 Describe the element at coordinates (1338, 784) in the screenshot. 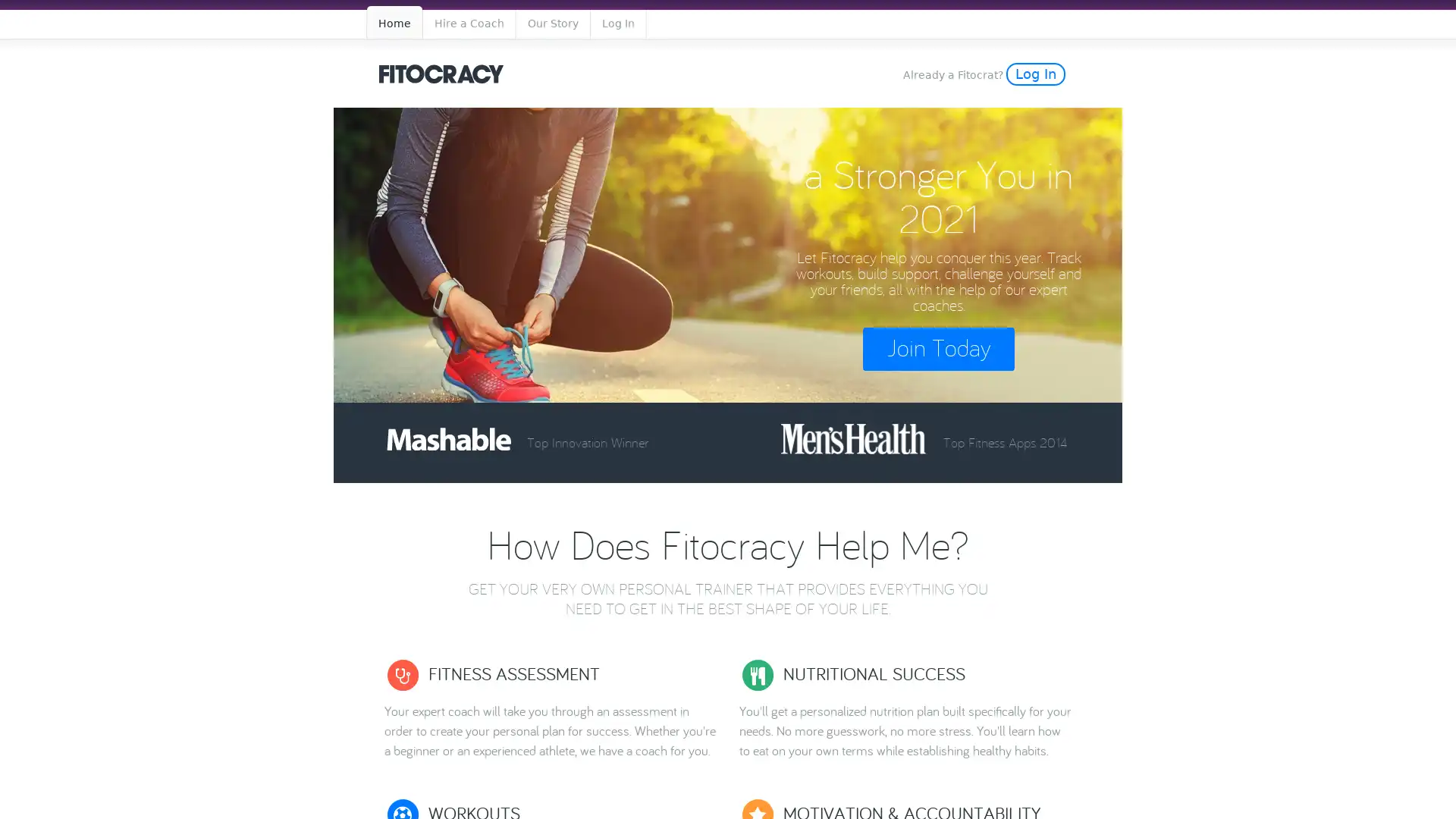

I see `Need Help Finding a Coach?` at that location.